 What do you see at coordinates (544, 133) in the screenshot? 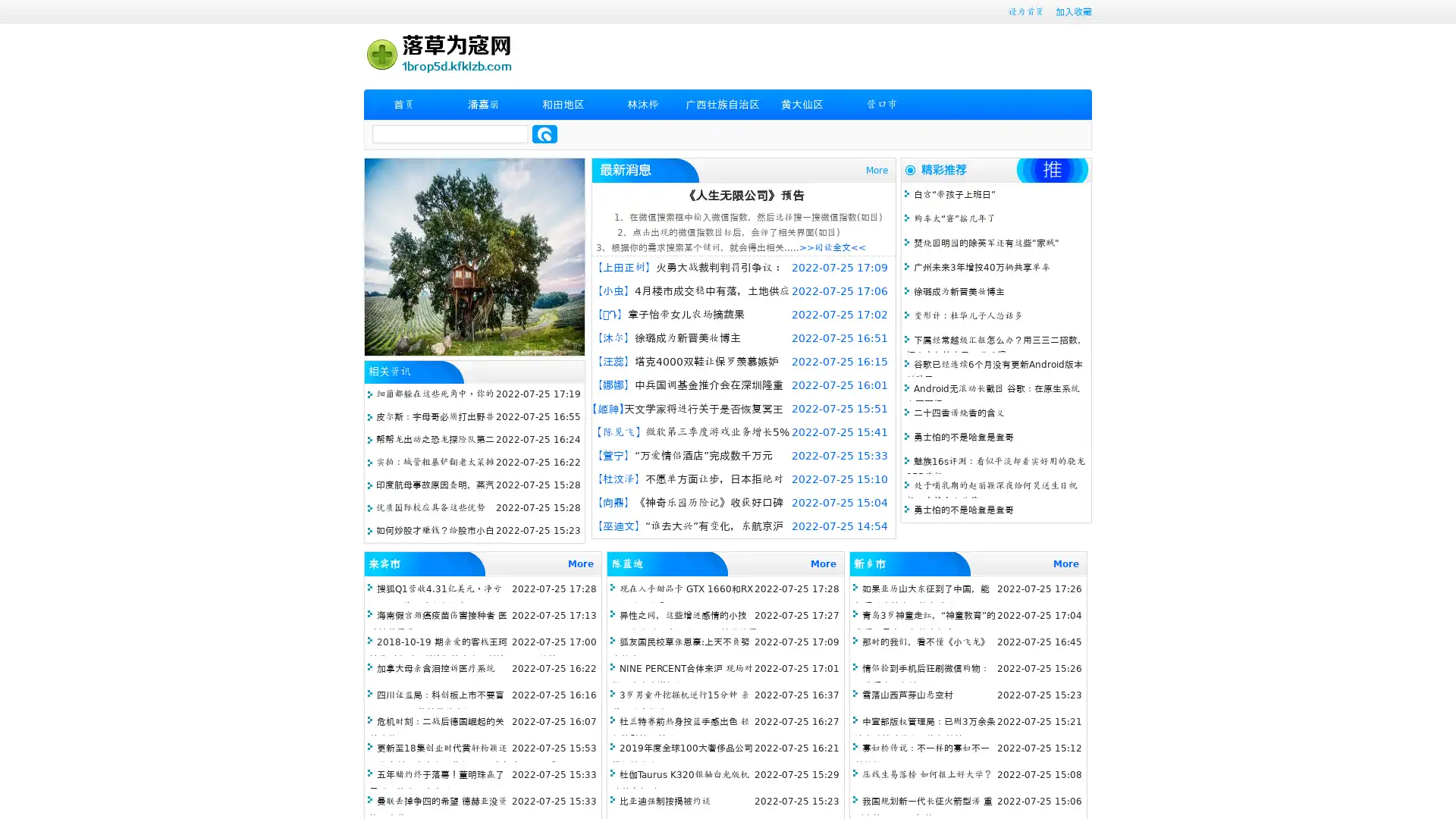
I see `Search` at bounding box center [544, 133].